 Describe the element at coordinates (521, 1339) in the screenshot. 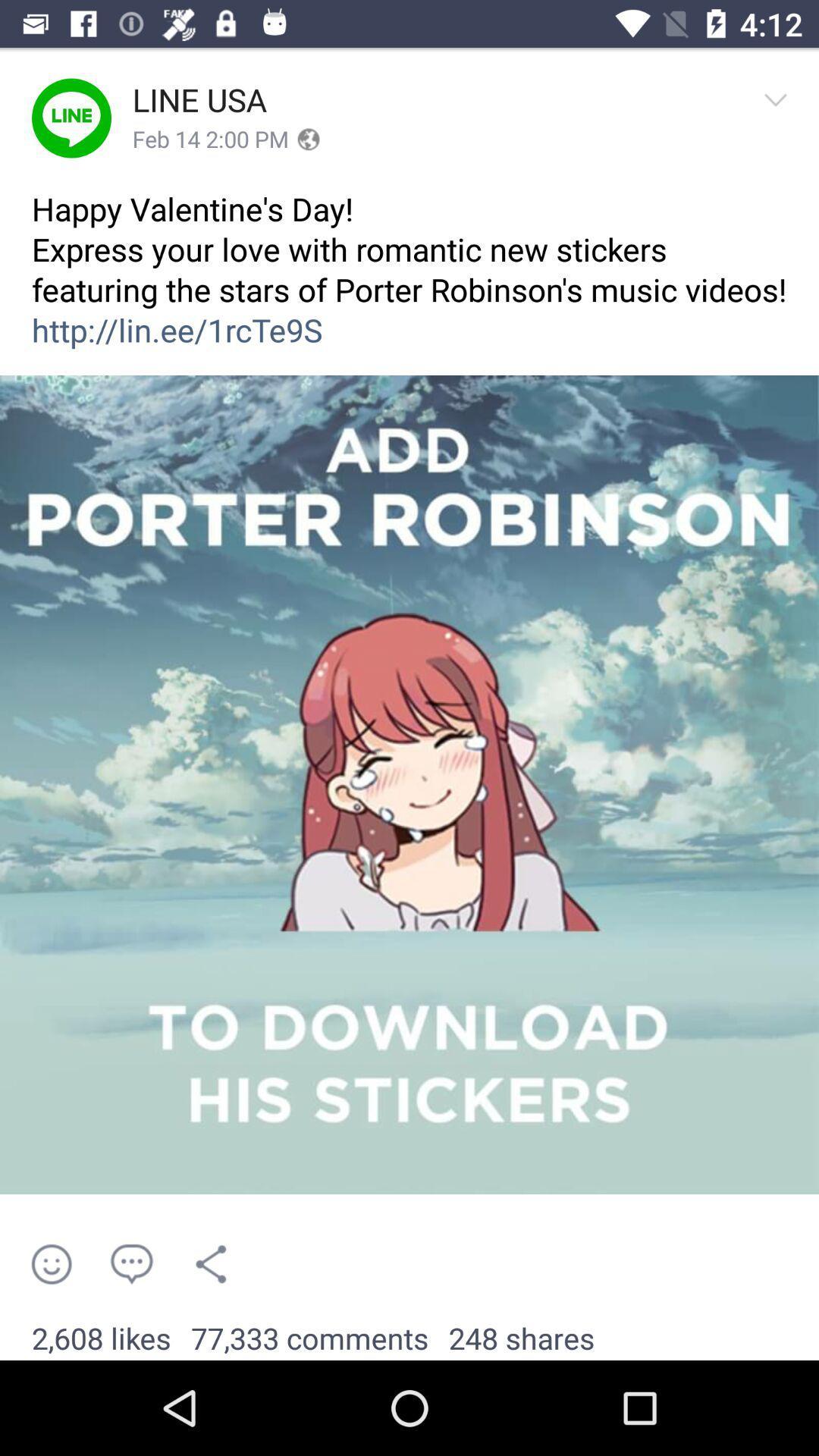

I see `248 shares` at that location.